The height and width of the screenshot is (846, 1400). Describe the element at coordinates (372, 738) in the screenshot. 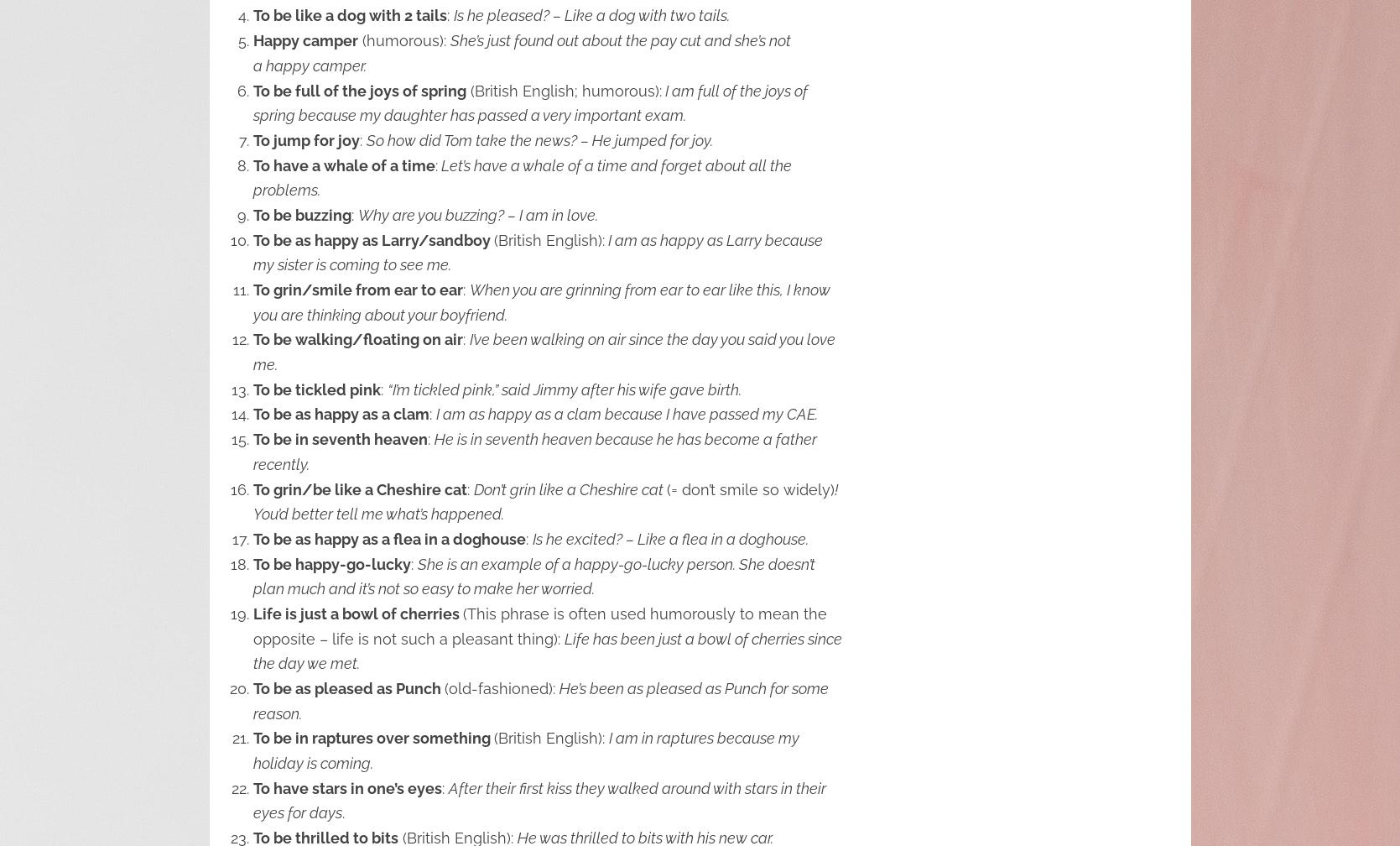

I see `'To be in raptures over something'` at that location.